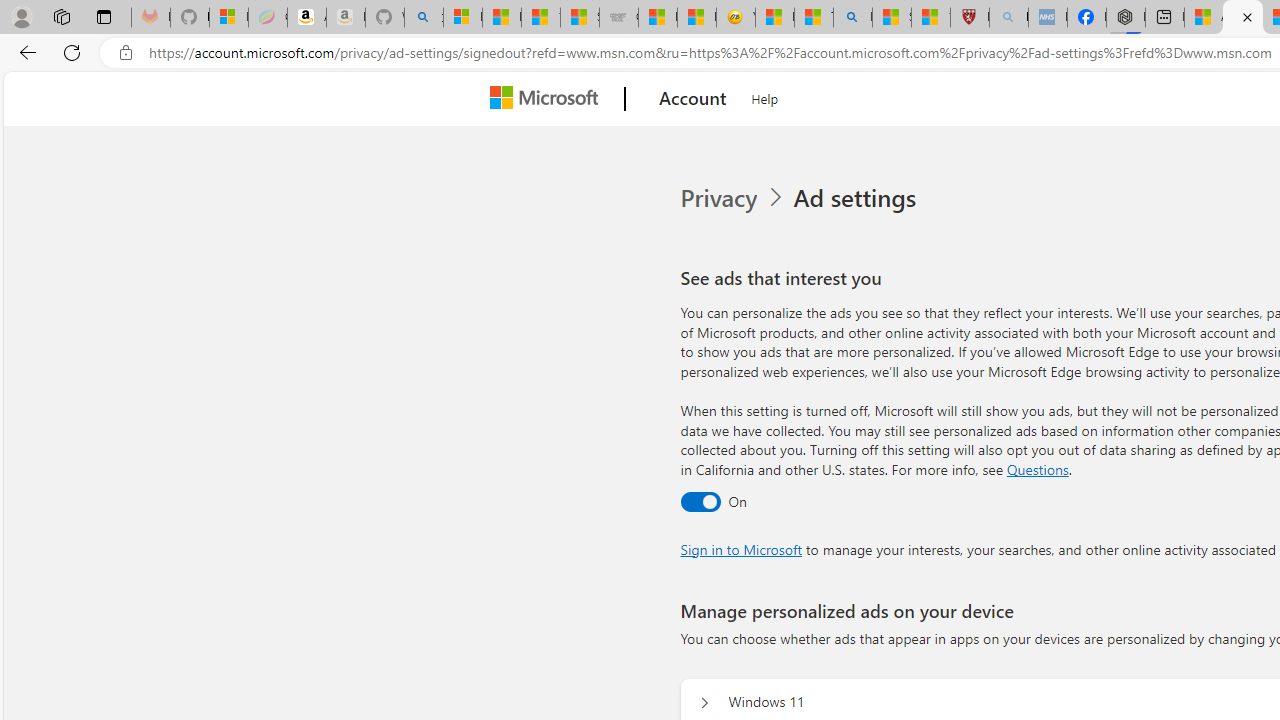  What do you see at coordinates (548, 99) in the screenshot?
I see `'Microsoft'` at bounding box center [548, 99].